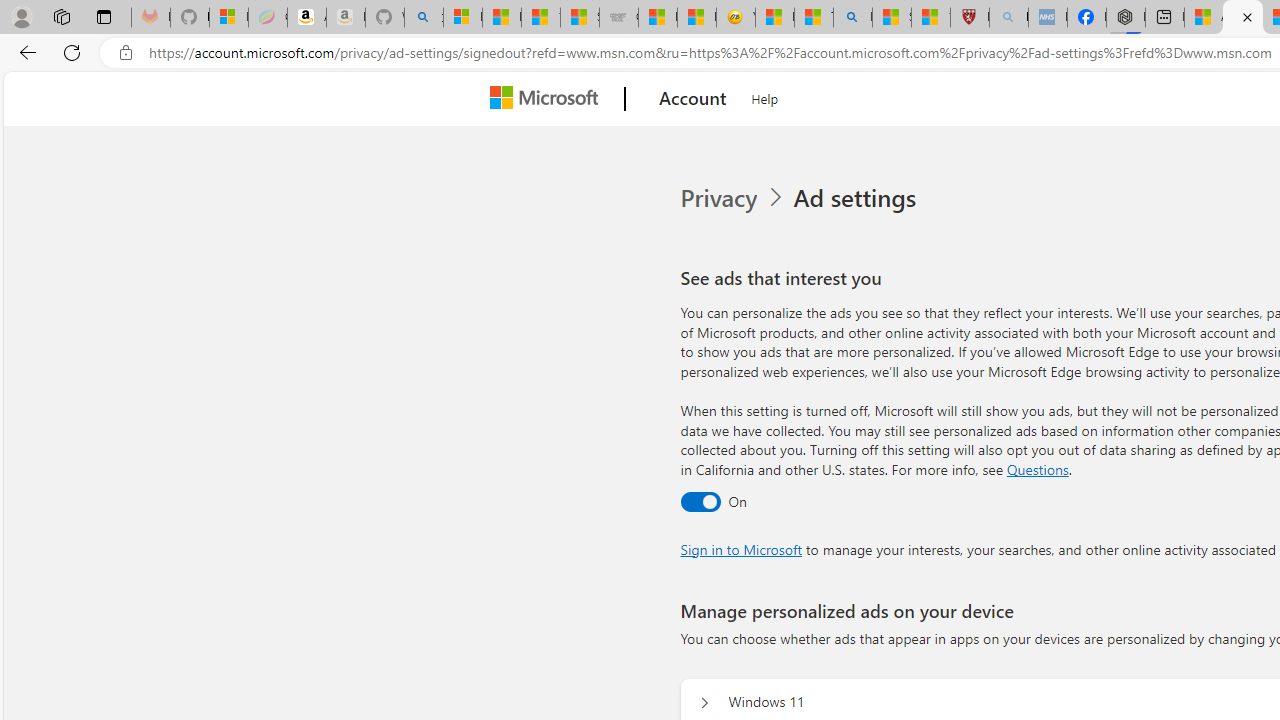  What do you see at coordinates (548, 99) in the screenshot?
I see `'Microsoft'` at bounding box center [548, 99].